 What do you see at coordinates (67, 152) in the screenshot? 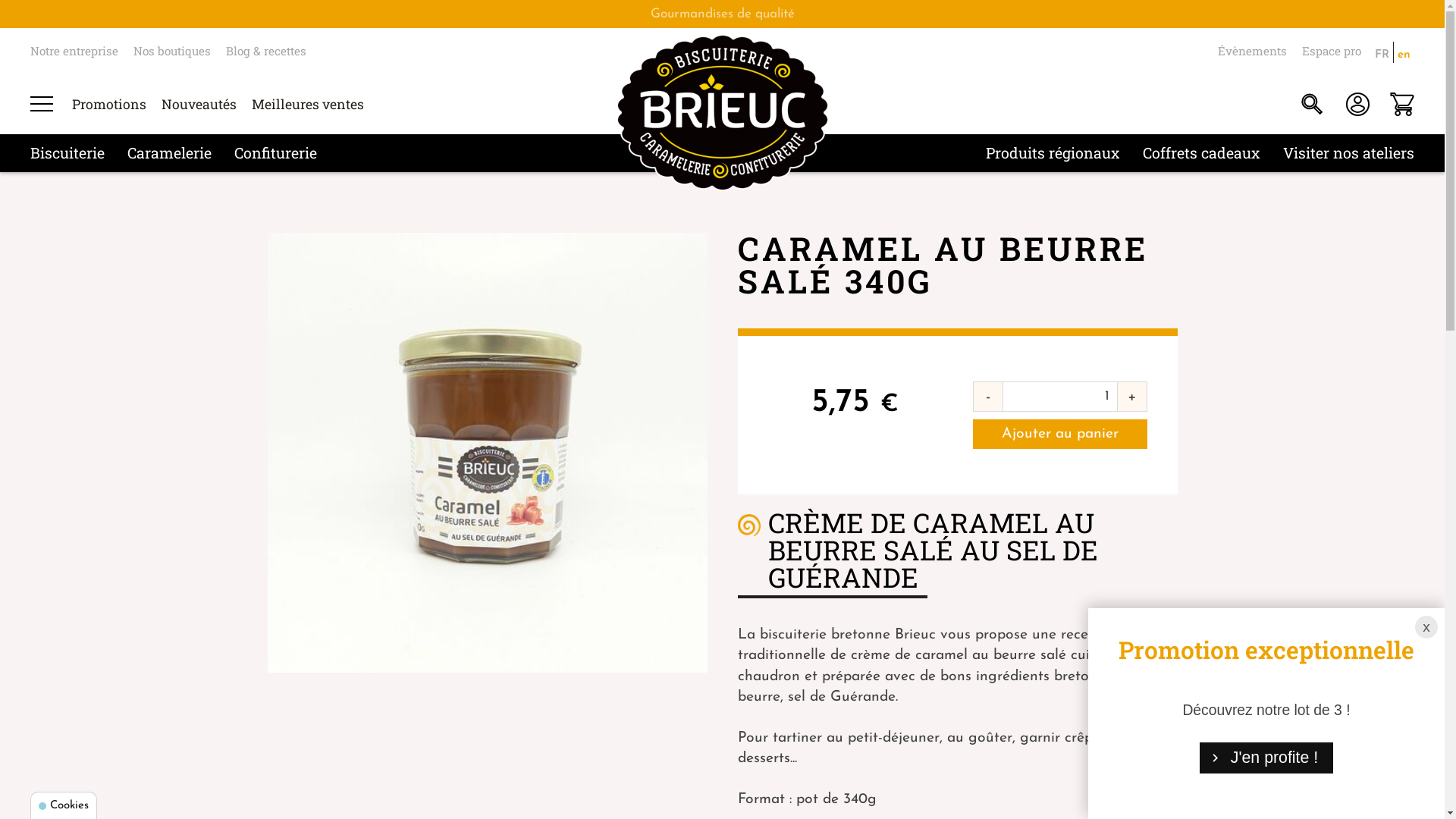
I see `'Biscuiterie'` at bounding box center [67, 152].